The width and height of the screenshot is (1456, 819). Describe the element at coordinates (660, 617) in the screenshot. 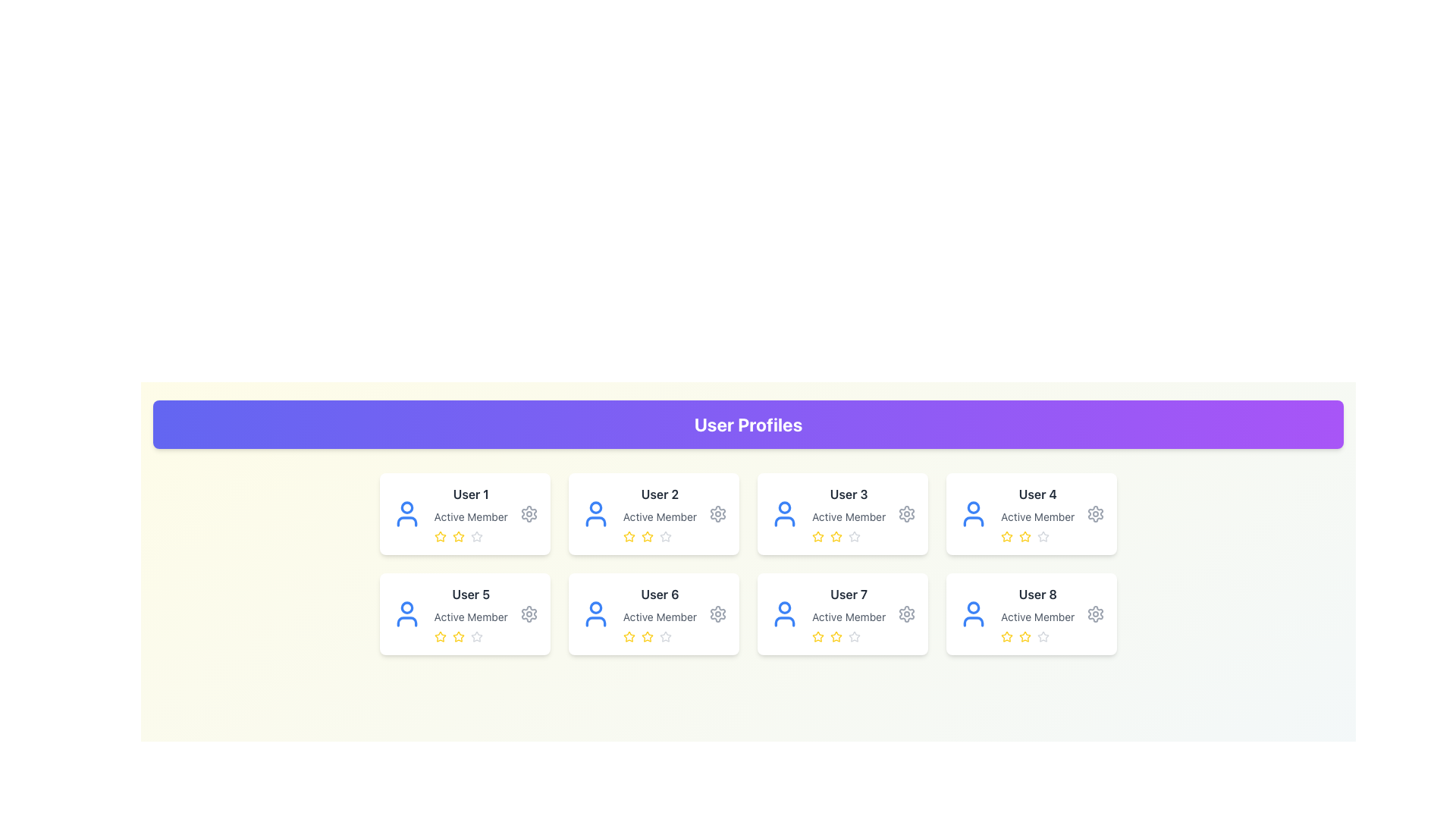

I see `the text label reading 'Active Member' styled with gray color and small font size, located below 'User 6' in the user profile card` at that location.